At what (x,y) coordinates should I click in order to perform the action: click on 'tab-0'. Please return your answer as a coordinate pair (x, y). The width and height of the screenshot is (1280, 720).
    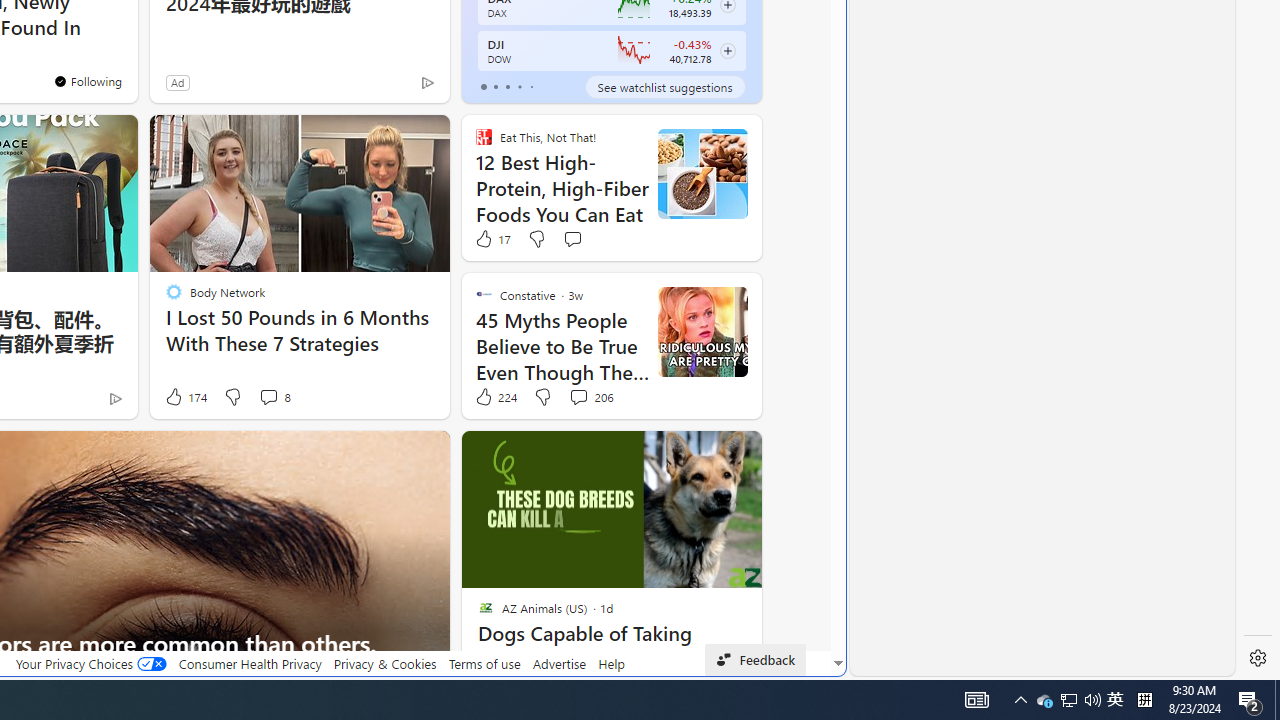
    Looking at the image, I should click on (483, 86).